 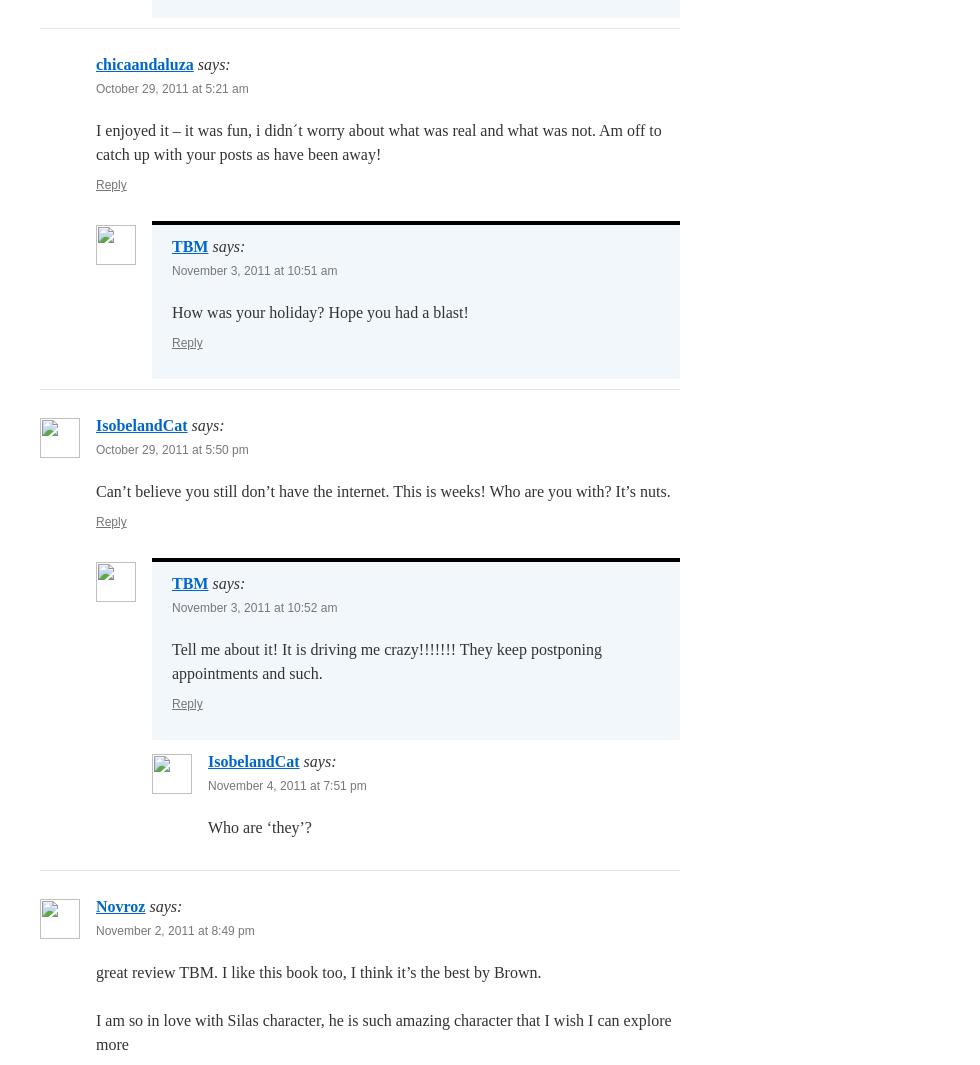 I want to click on 'November 2, 2011 at 8:49 pm', so click(x=175, y=931).